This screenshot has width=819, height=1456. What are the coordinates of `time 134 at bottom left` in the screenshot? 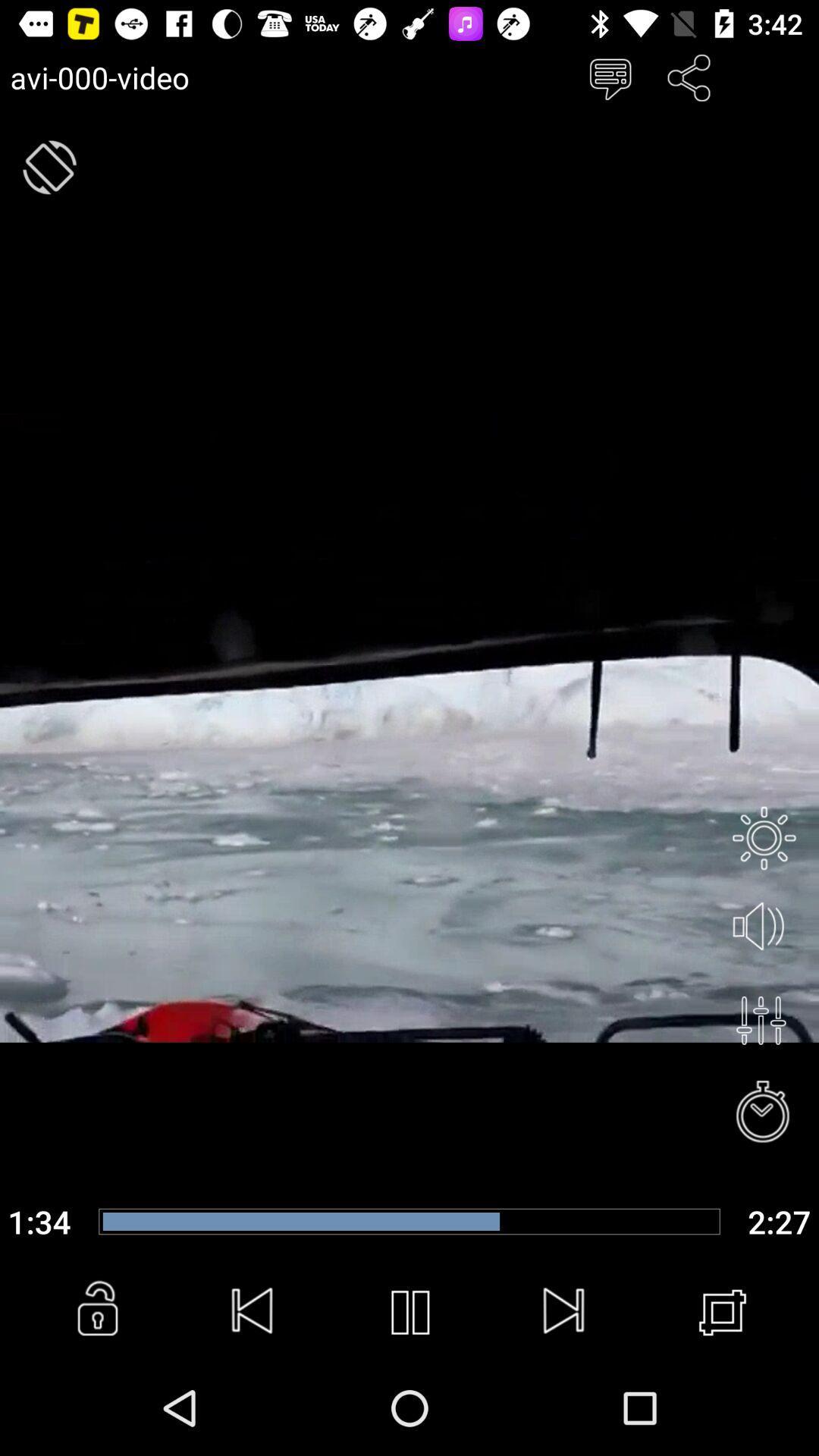 It's located at (39, 1222).